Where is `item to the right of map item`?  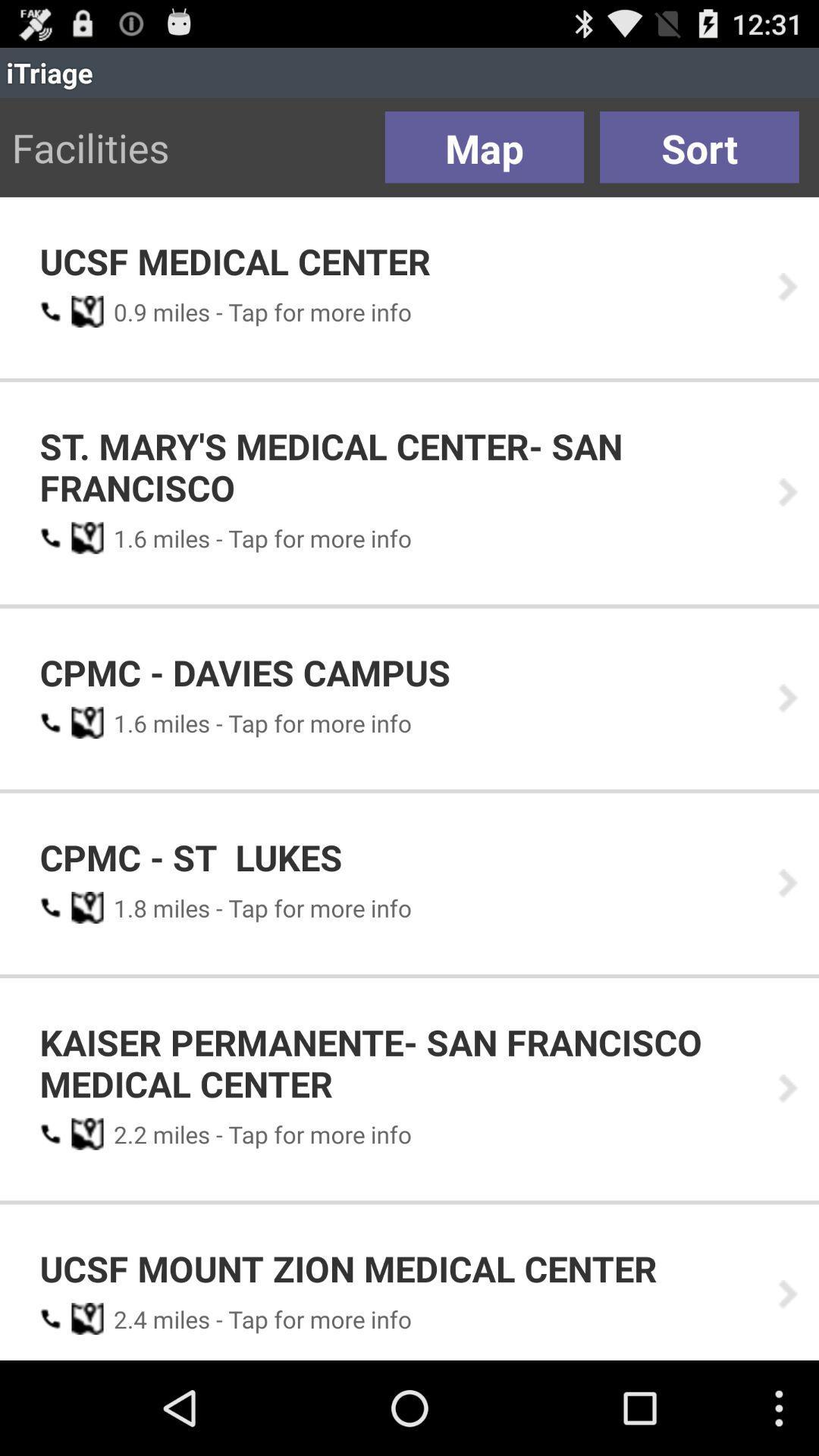
item to the right of map item is located at coordinates (699, 147).